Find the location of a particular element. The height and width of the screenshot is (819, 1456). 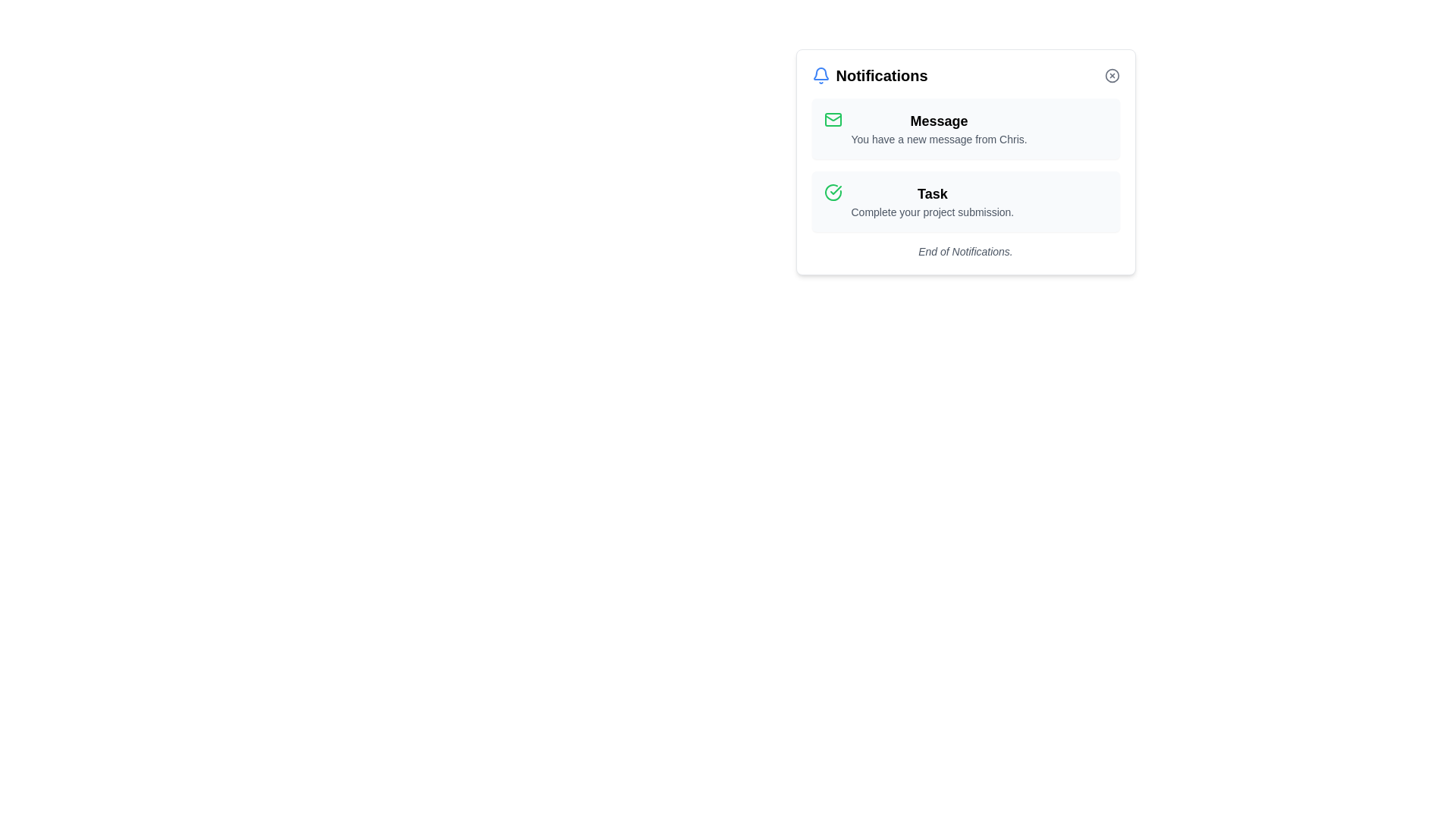

the Image element of the SVG icon resembling a mail envelope located within the notification panel under the list item labeled 'Message' is located at coordinates (832, 119).